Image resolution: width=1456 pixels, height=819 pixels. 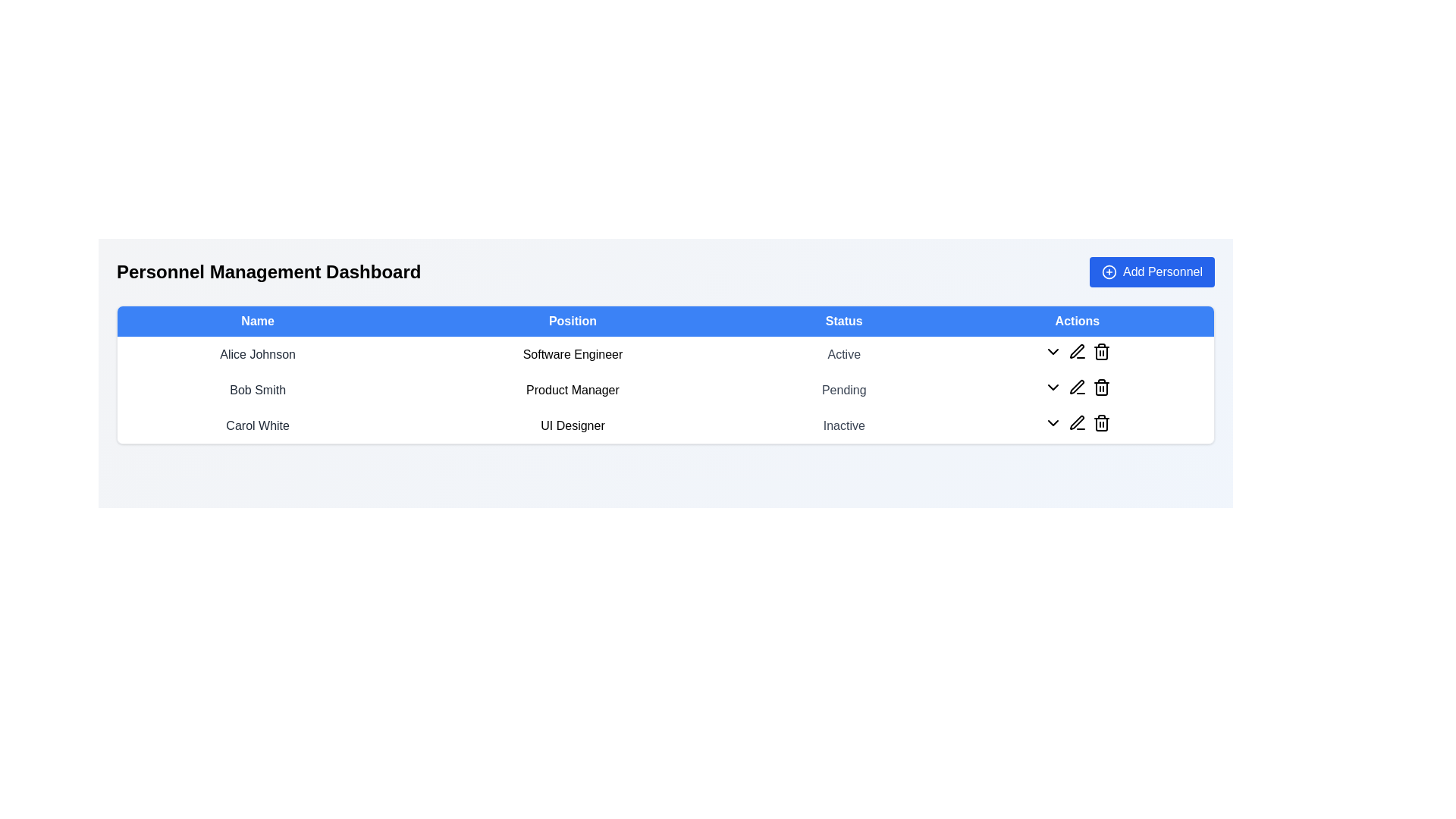 What do you see at coordinates (1101, 353) in the screenshot?
I see `the trash can icon located in the 'Actions' column of the first row in the personnel management table` at bounding box center [1101, 353].